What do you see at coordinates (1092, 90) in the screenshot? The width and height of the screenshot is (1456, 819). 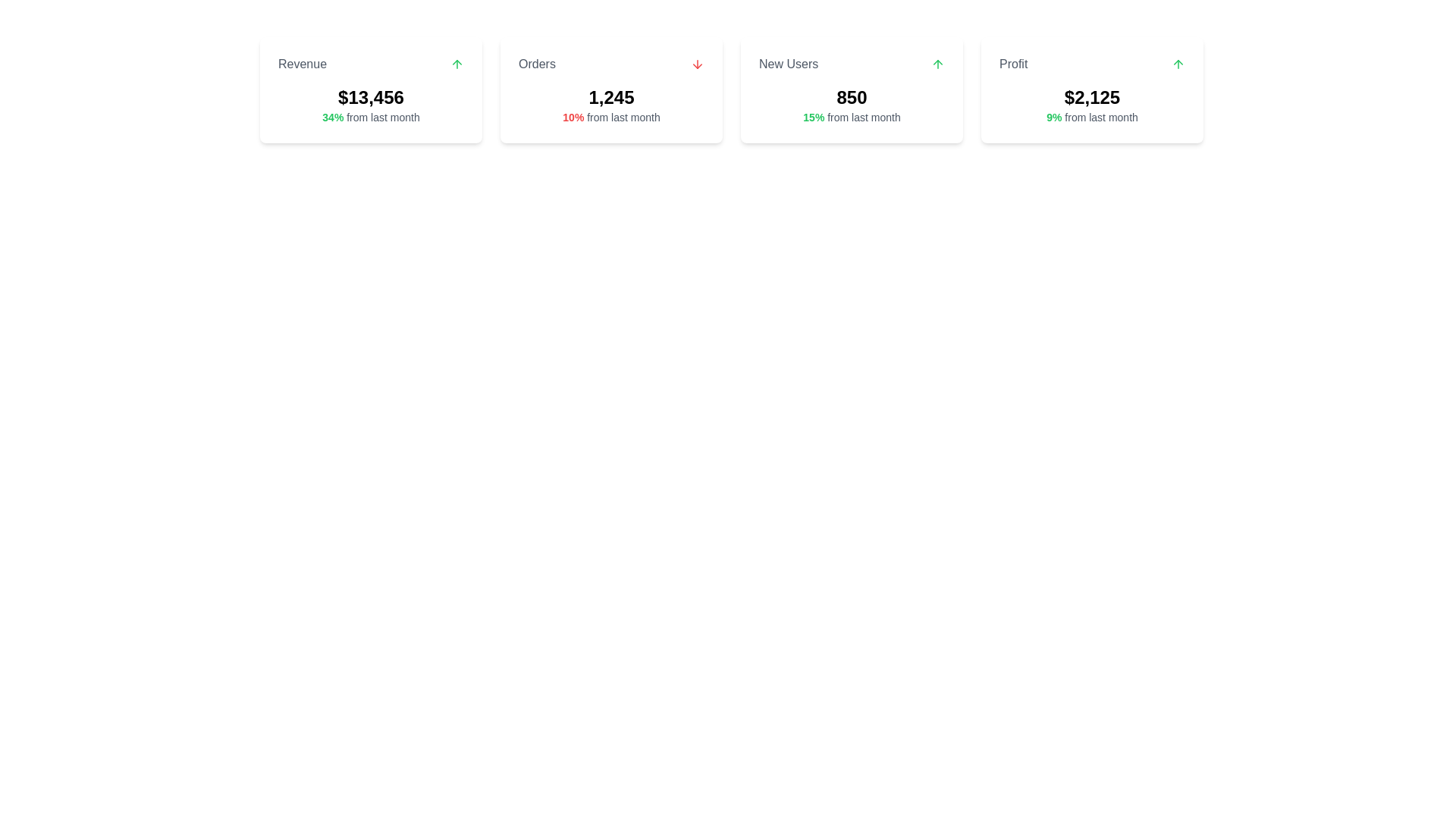 I see `the 'Profit' summary card, which is the fourth card in a horizontal grid layout, to interact with it if interactive actions are supported by the application` at bounding box center [1092, 90].